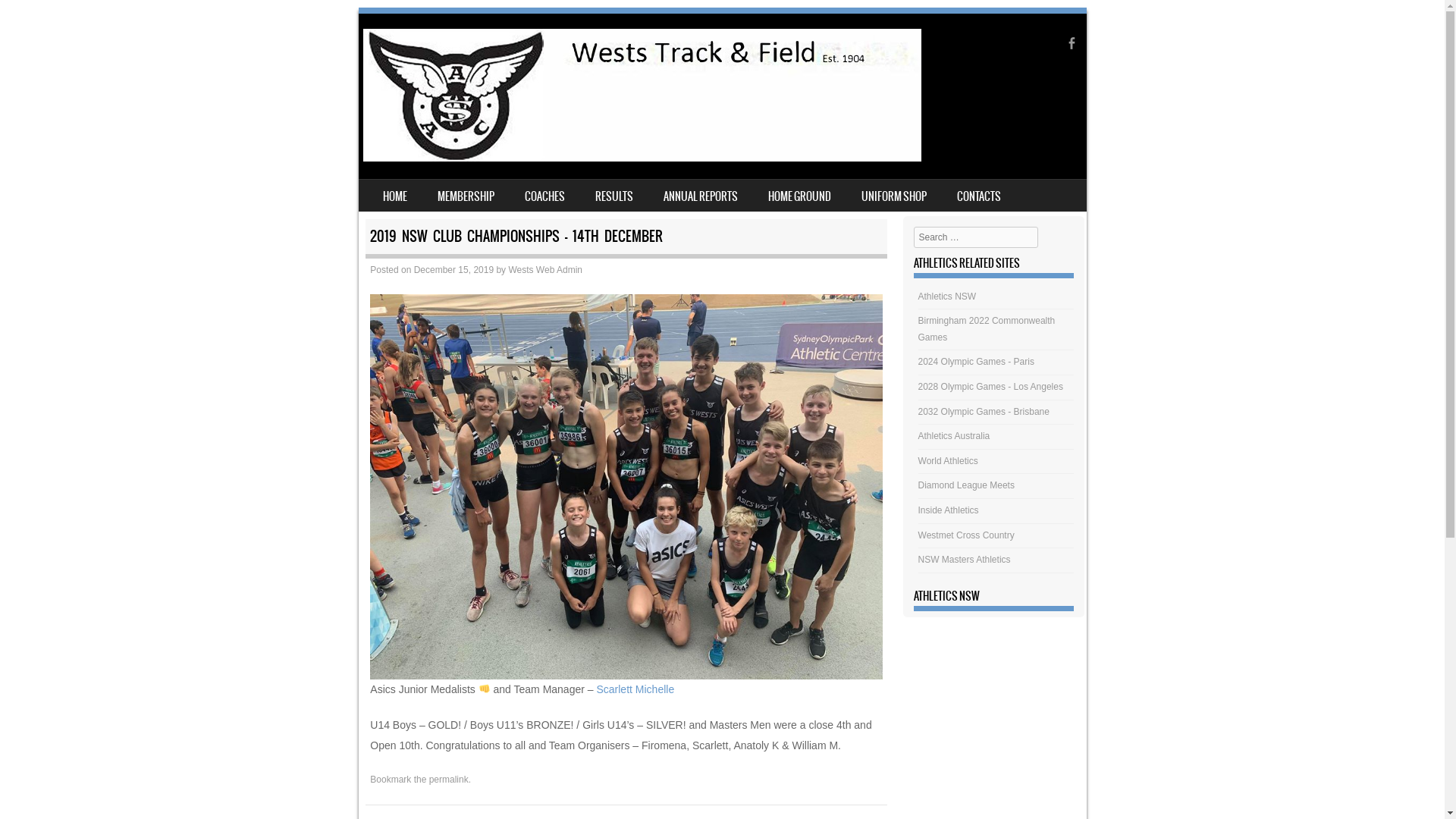  Describe the element at coordinates (545, 268) in the screenshot. I see `'Wests Web Admin'` at that location.